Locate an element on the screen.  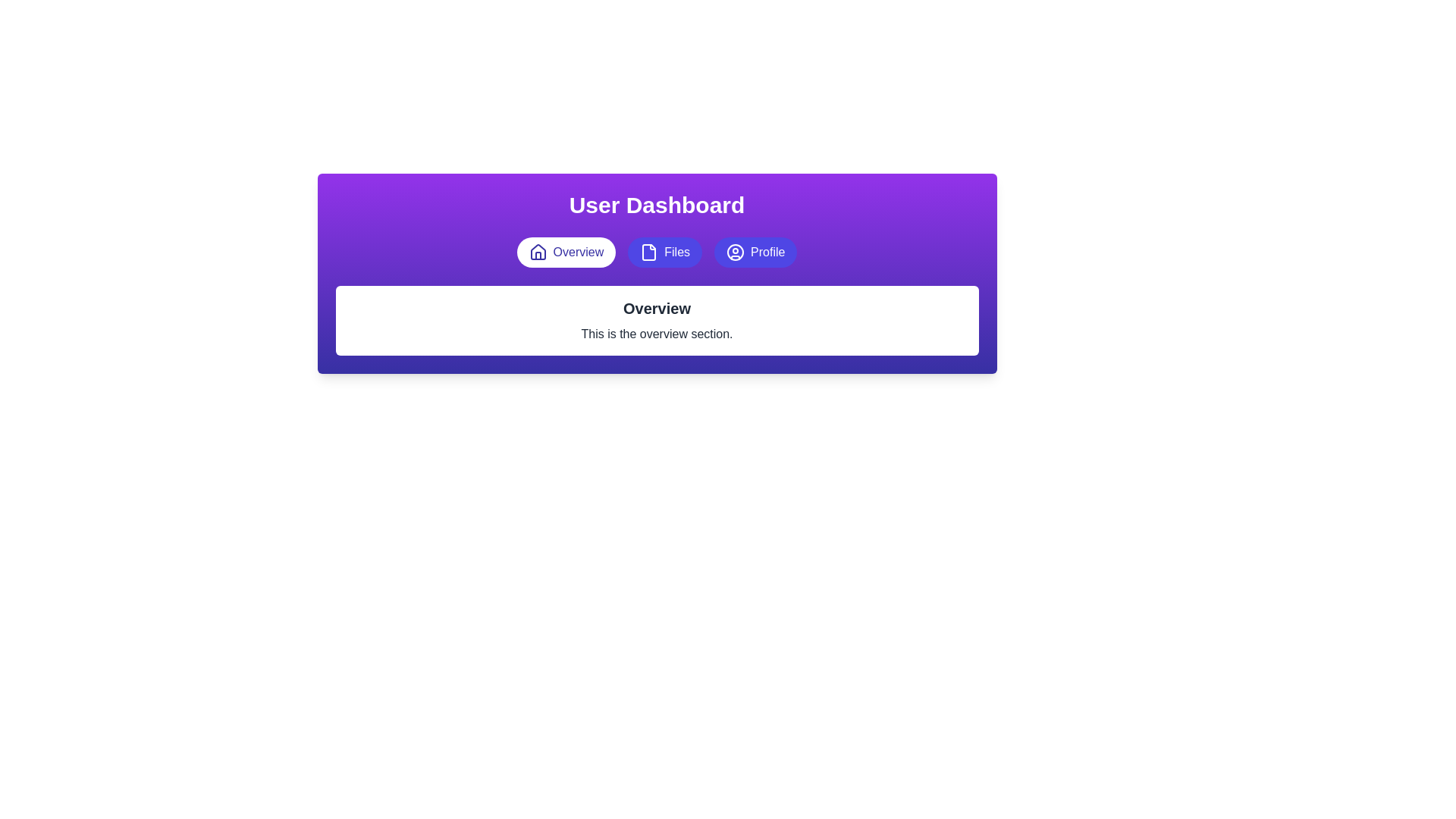
the 'Files' button, which is indigo with a document icon, to observe its visual state change is located at coordinates (665, 251).